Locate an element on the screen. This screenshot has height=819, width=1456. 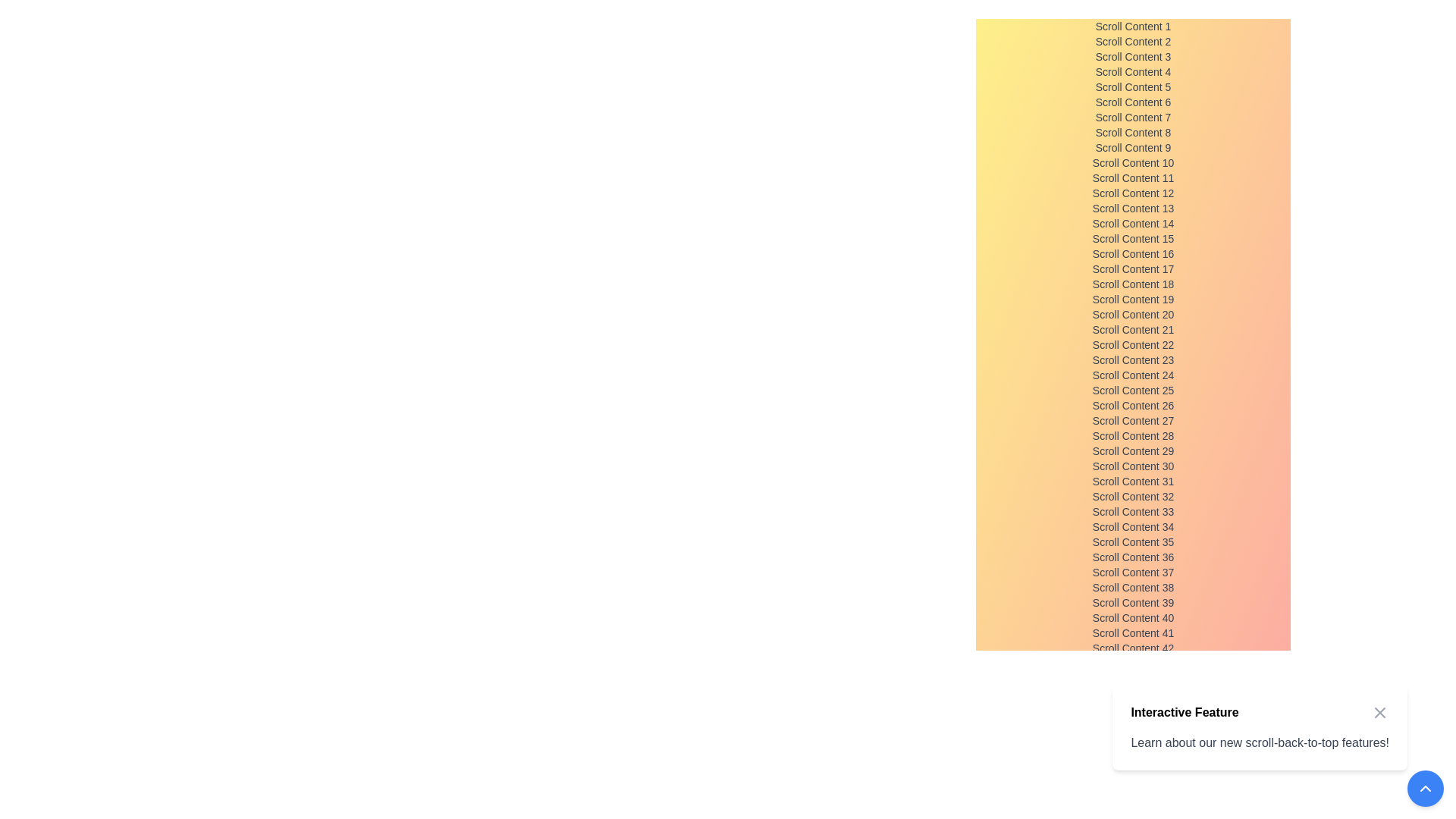
the text label displaying 'Scroll Content 37', which is the 37th item in a vertically scrollable list of similar labels is located at coordinates (1133, 573).